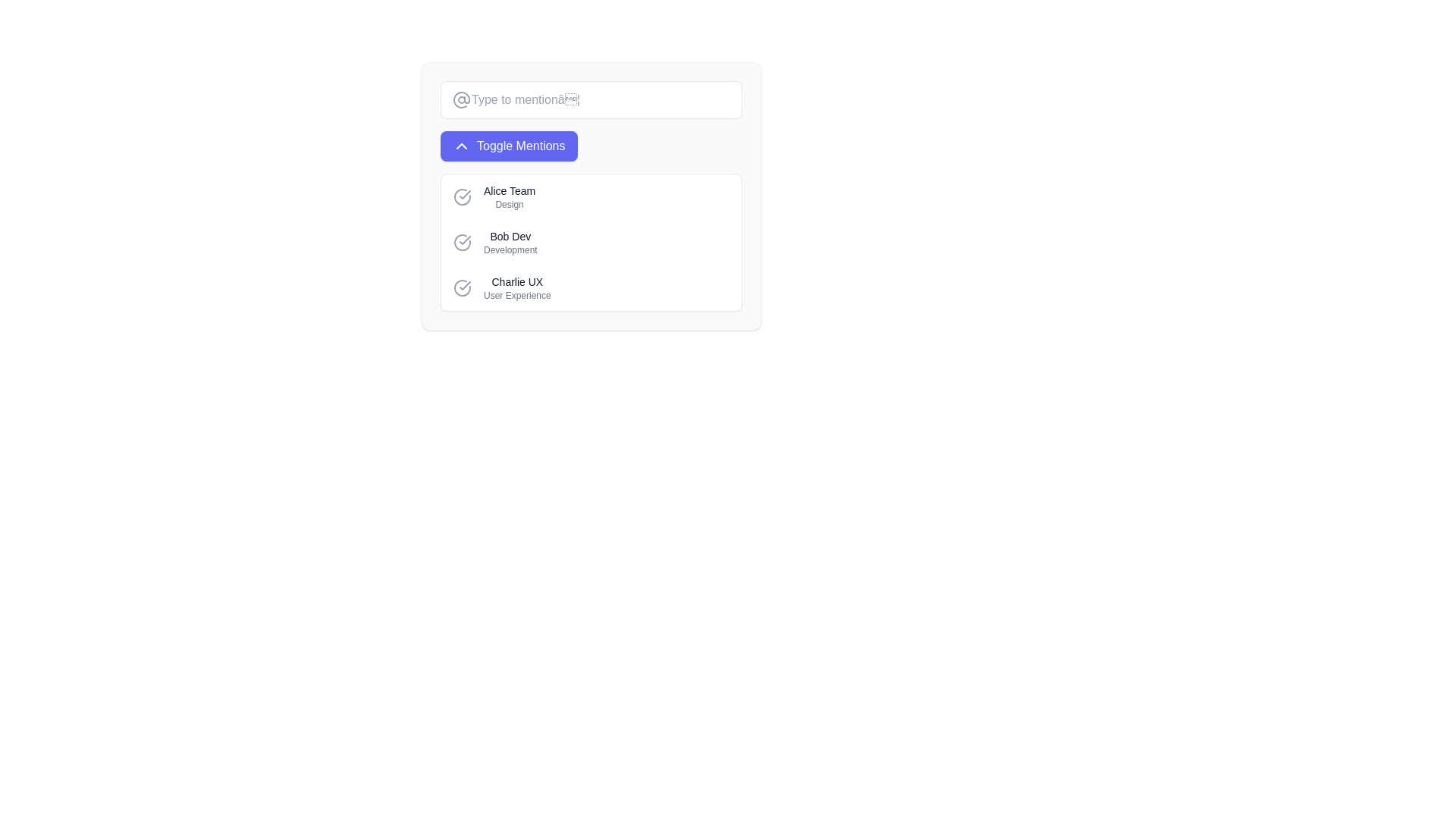 The image size is (1456, 819). I want to click on the gray @-shaped icon located on the left side inside the text input field with the placeholder text 'Type to mention…', so click(461, 99).